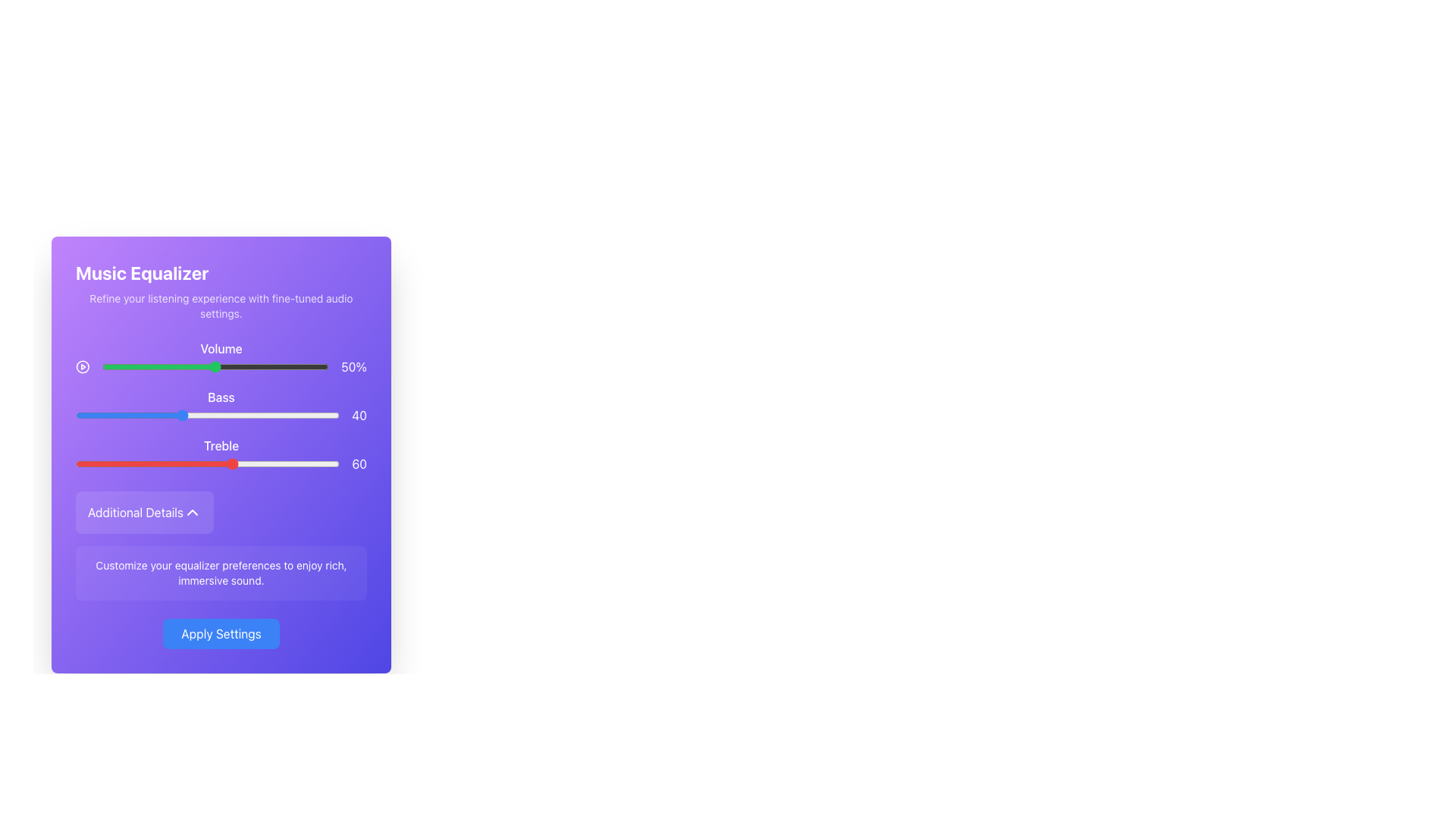 The image size is (1456, 819). Describe the element at coordinates (144, 463) in the screenshot. I see `the Treble` at that location.